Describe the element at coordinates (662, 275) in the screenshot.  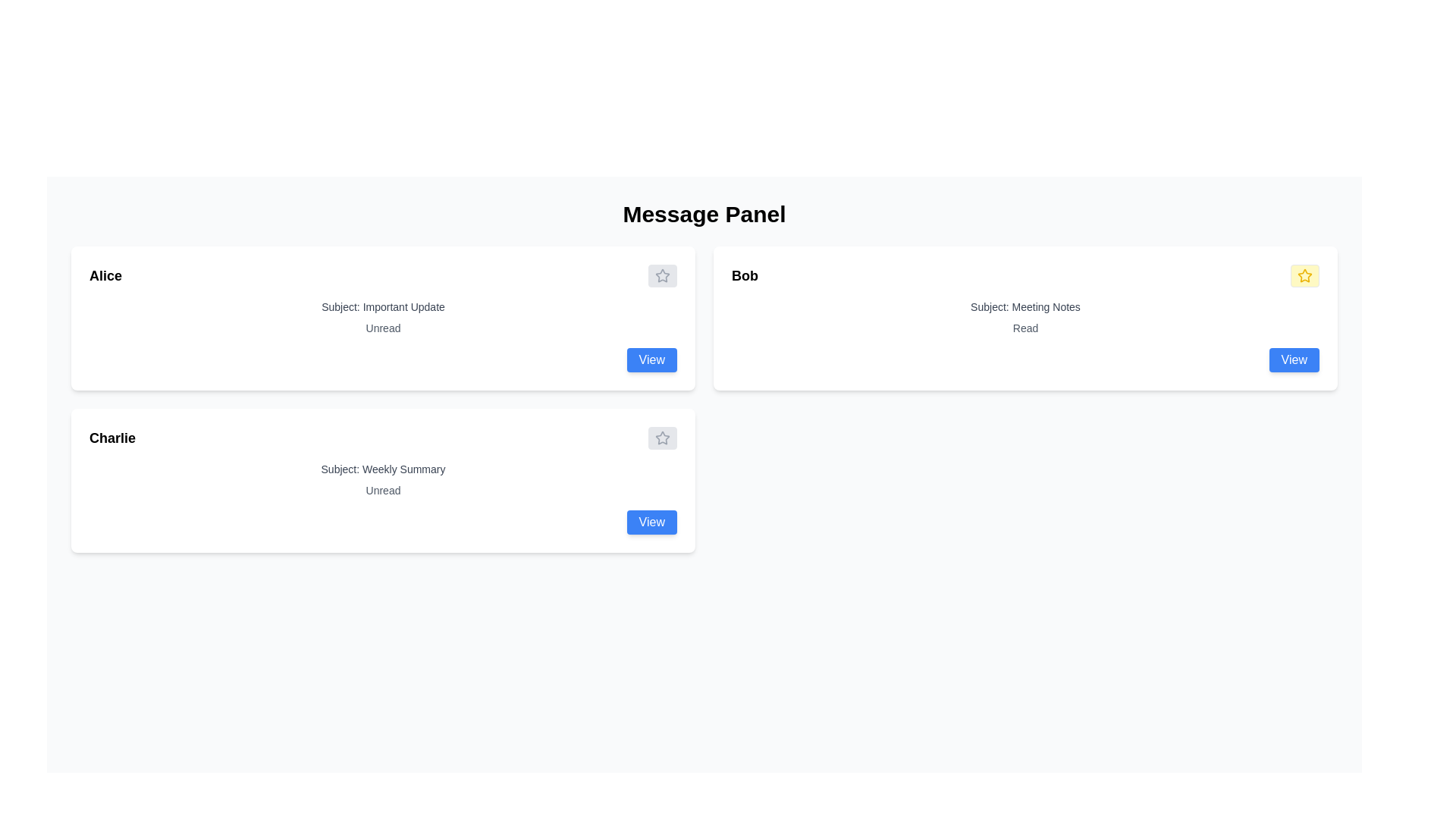
I see `the interactive star icon button, which is a hollow gray star located in the top-right corner of Alice's card` at that location.